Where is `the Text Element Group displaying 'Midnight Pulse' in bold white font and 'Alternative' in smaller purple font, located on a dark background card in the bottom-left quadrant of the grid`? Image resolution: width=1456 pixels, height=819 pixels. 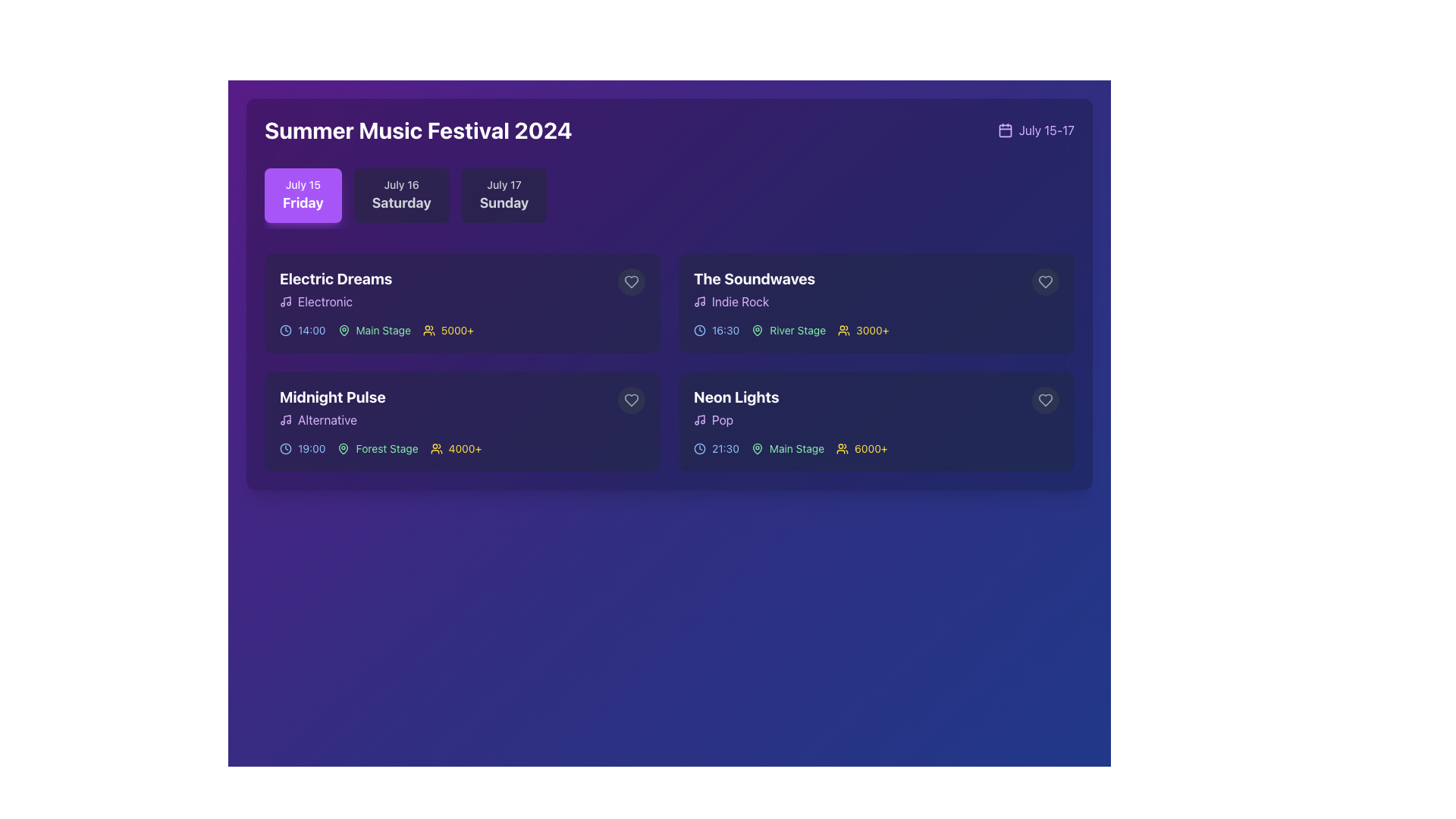 the Text Element Group displaying 'Midnight Pulse' in bold white font and 'Alternative' in smaller purple font, located on a dark background card in the bottom-left quadrant of the grid is located at coordinates (331, 406).